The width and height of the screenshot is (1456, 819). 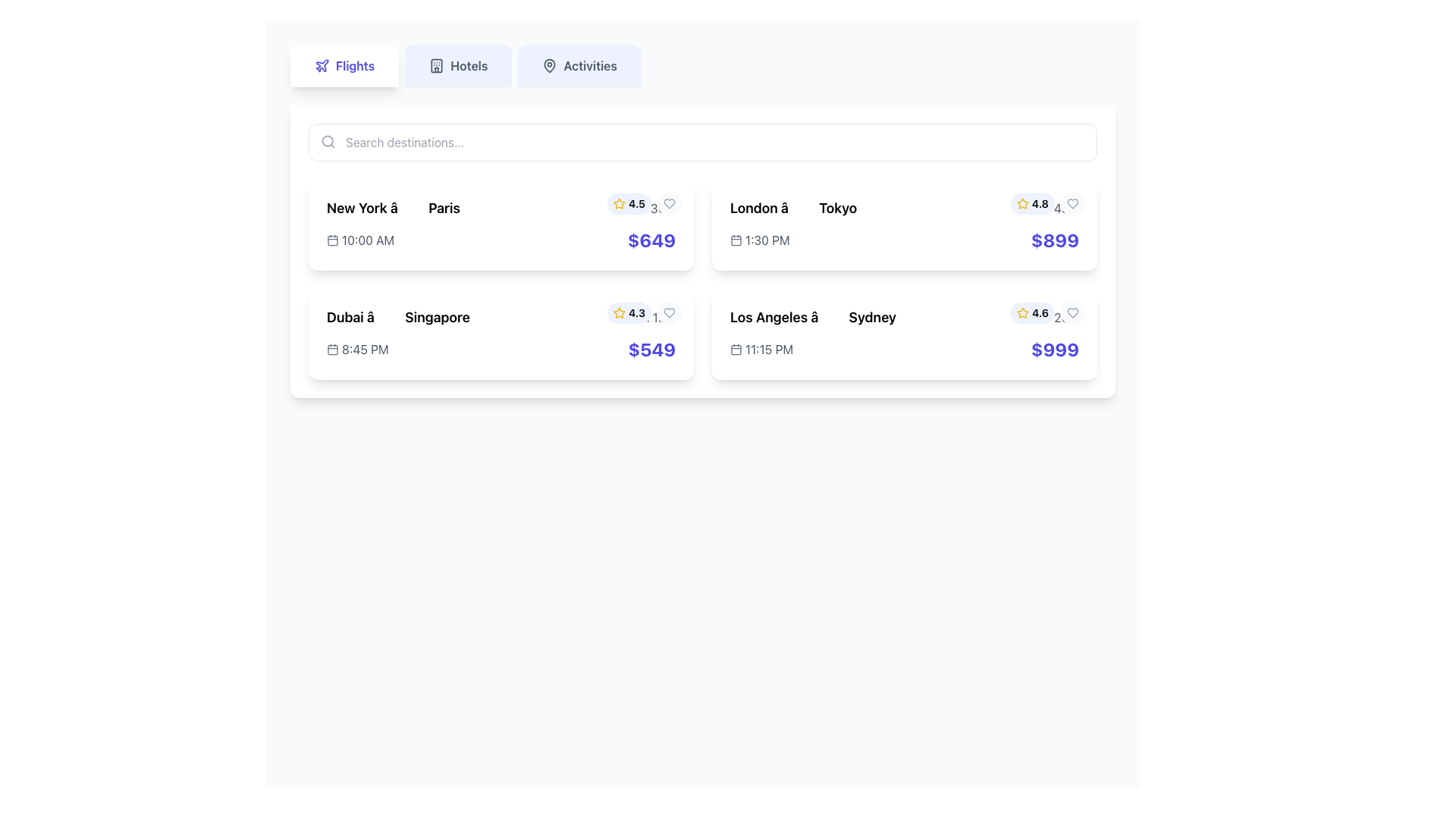 What do you see at coordinates (1047, 312) in the screenshot?
I see `the light blue rounded capsule containing the star icon and the text '4.6' in bold, located at the top-right corner of the white card displaying flight details for Los Angeles to Sydney` at bounding box center [1047, 312].